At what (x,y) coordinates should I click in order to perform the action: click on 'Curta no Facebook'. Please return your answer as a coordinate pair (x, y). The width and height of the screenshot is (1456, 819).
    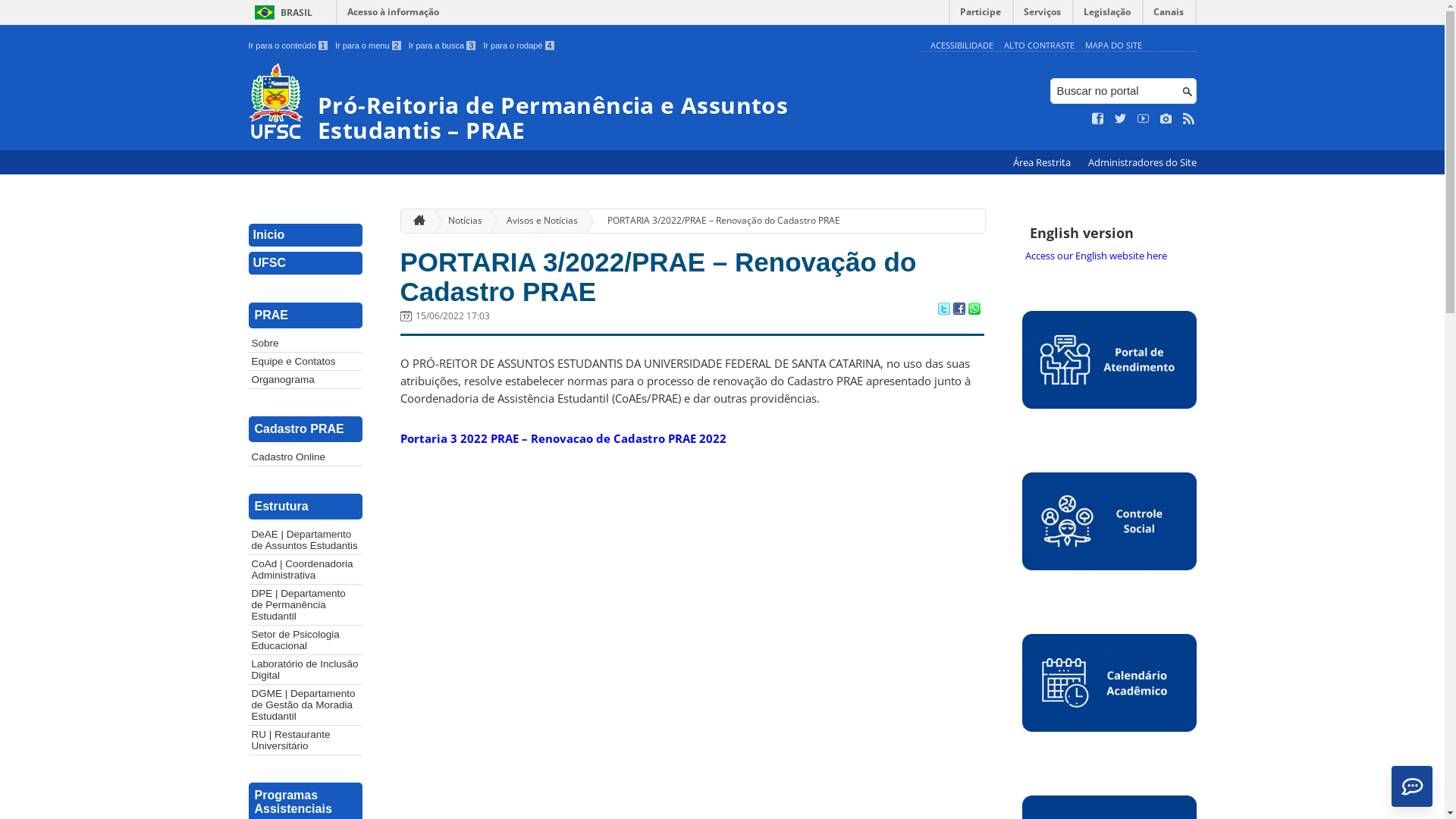
    Looking at the image, I should click on (1092, 118).